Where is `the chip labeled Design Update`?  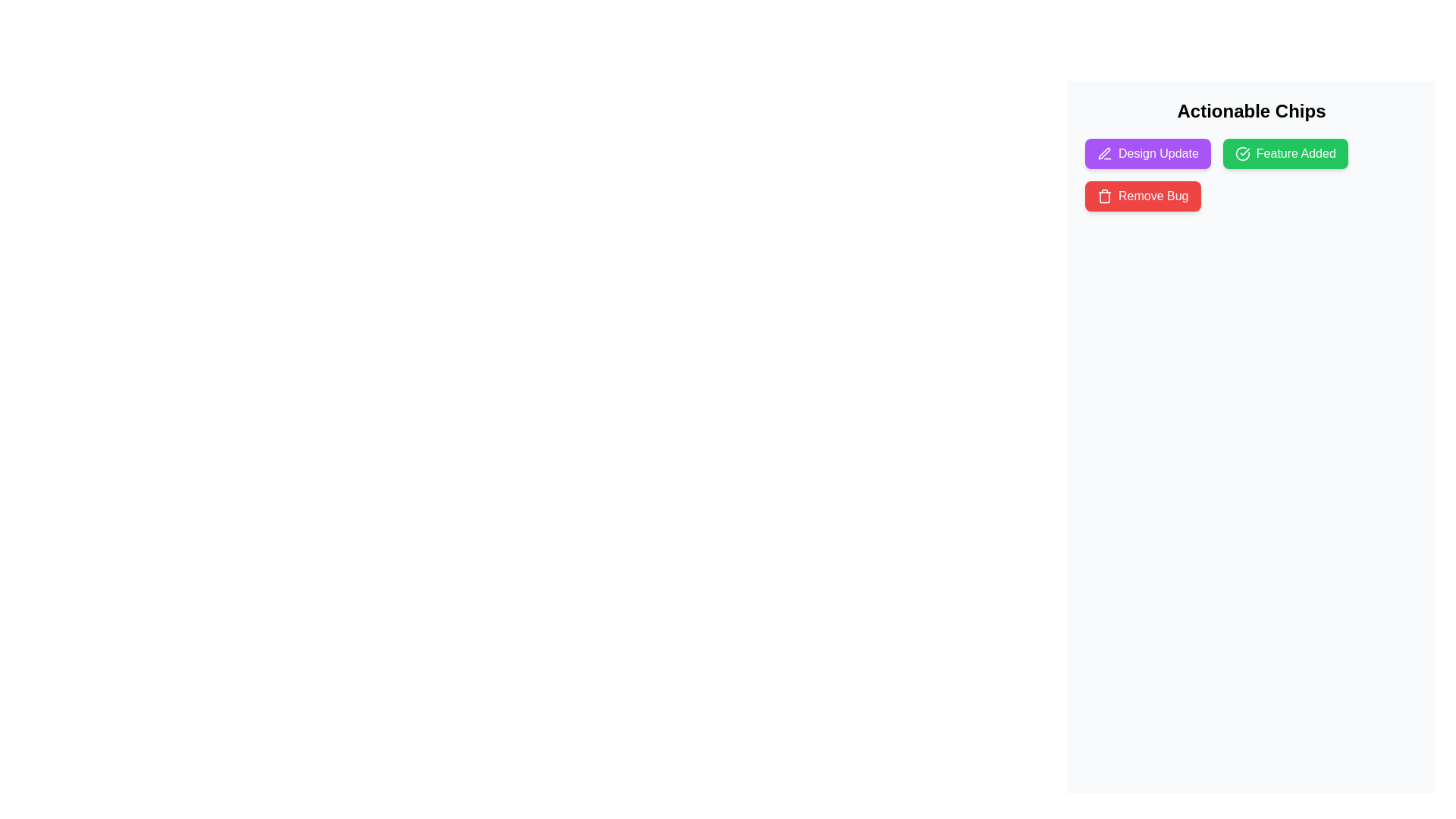
the chip labeled Design Update is located at coordinates (1147, 154).